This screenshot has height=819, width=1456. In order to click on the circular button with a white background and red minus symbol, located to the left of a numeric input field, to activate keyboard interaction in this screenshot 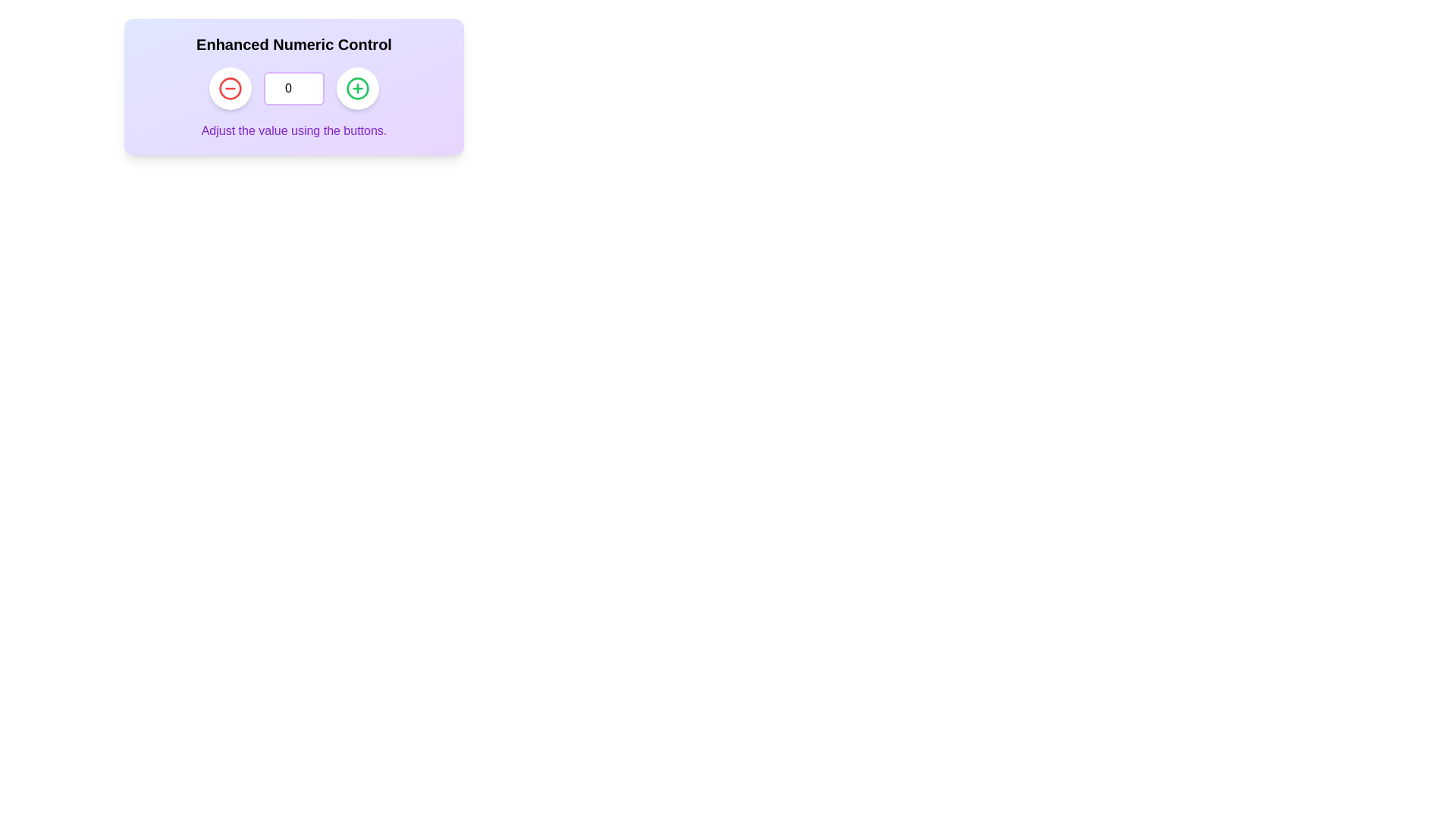, I will do `click(229, 88)`.